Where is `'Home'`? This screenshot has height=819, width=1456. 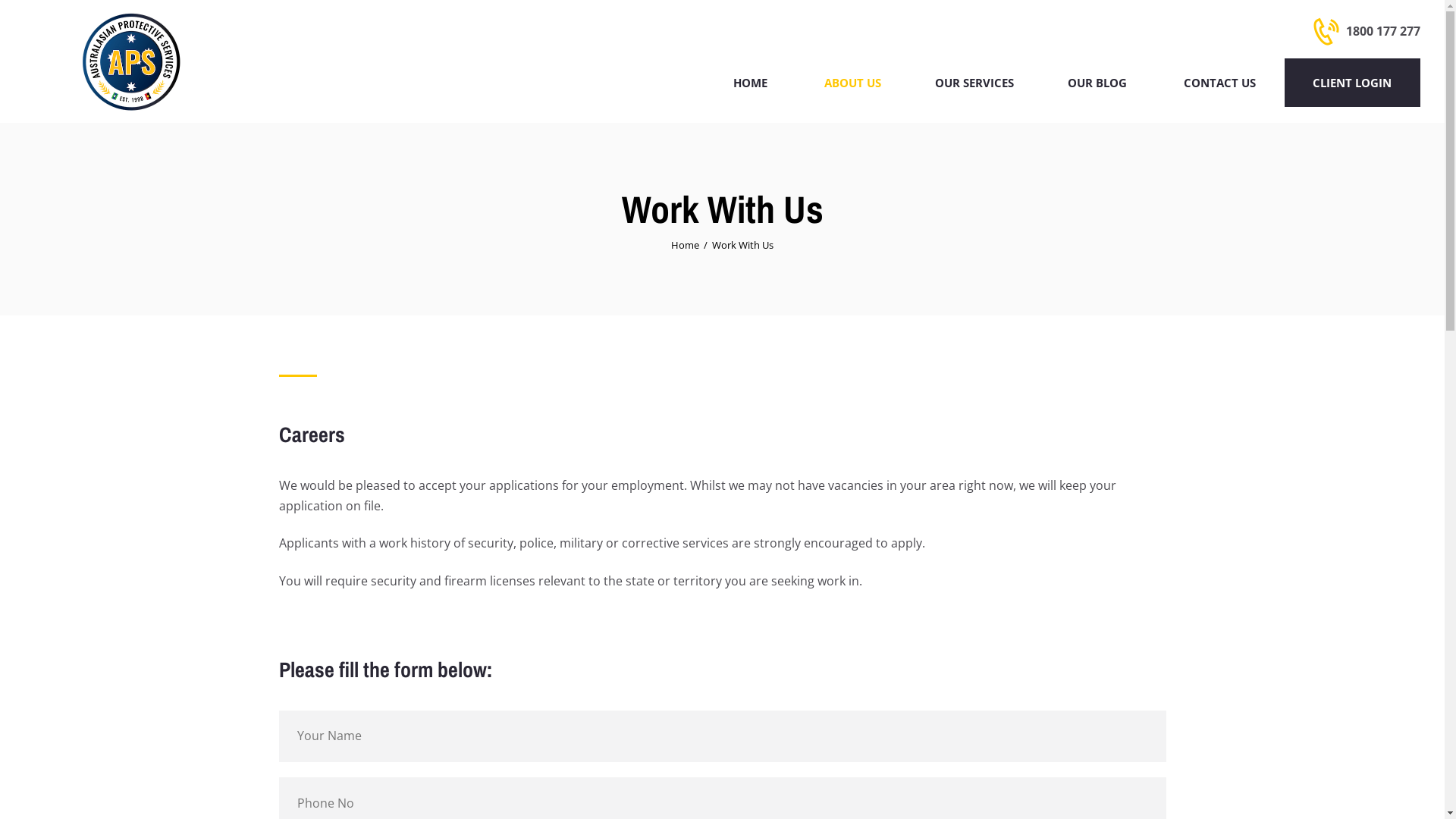
'Home' is located at coordinates (684, 244).